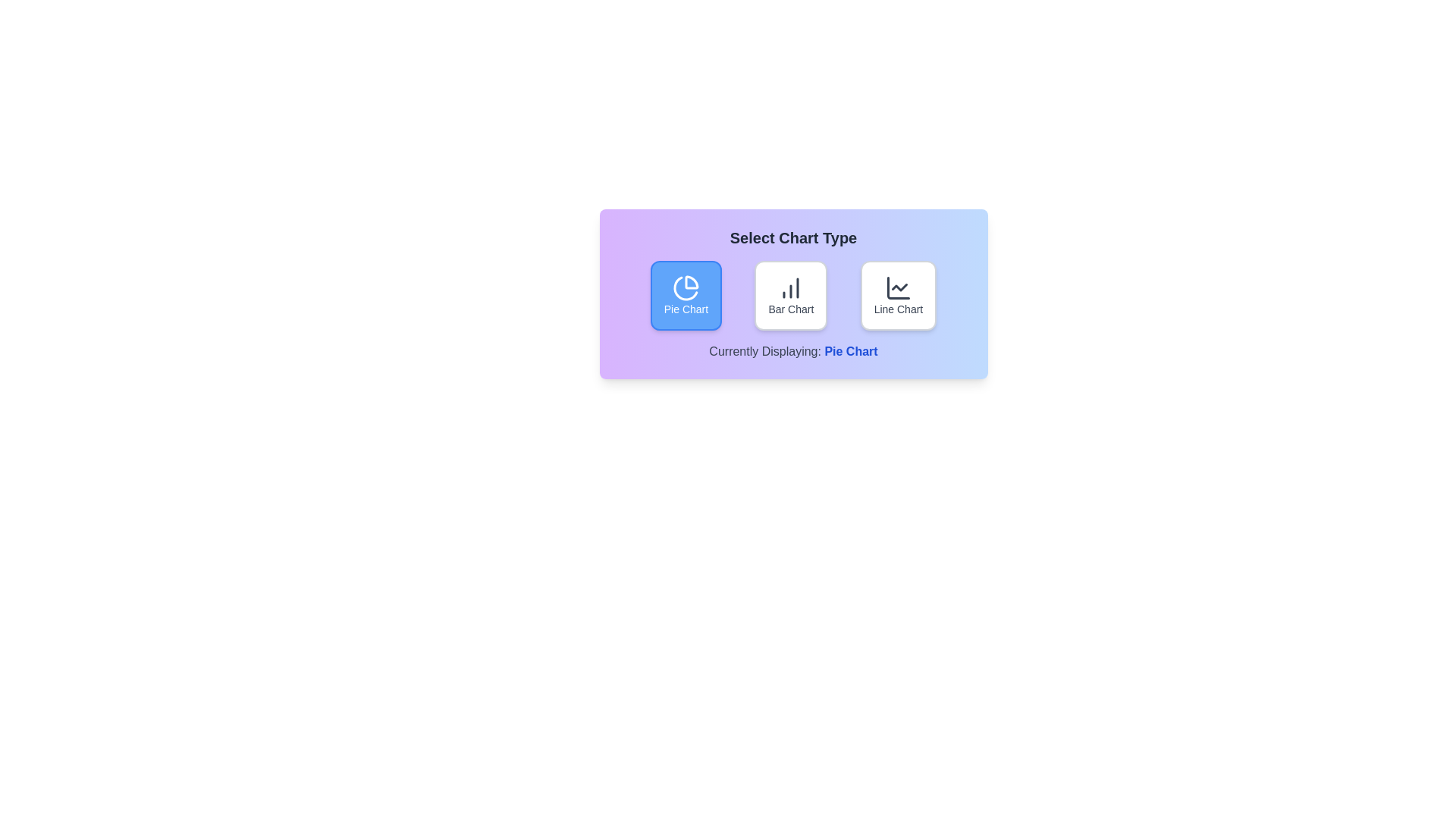 The height and width of the screenshot is (819, 1456). What do you see at coordinates (685, 295) in the screenshot?
I see `the Pie Chart button to select the corresponding chart type` at bounding box center [685, 295].